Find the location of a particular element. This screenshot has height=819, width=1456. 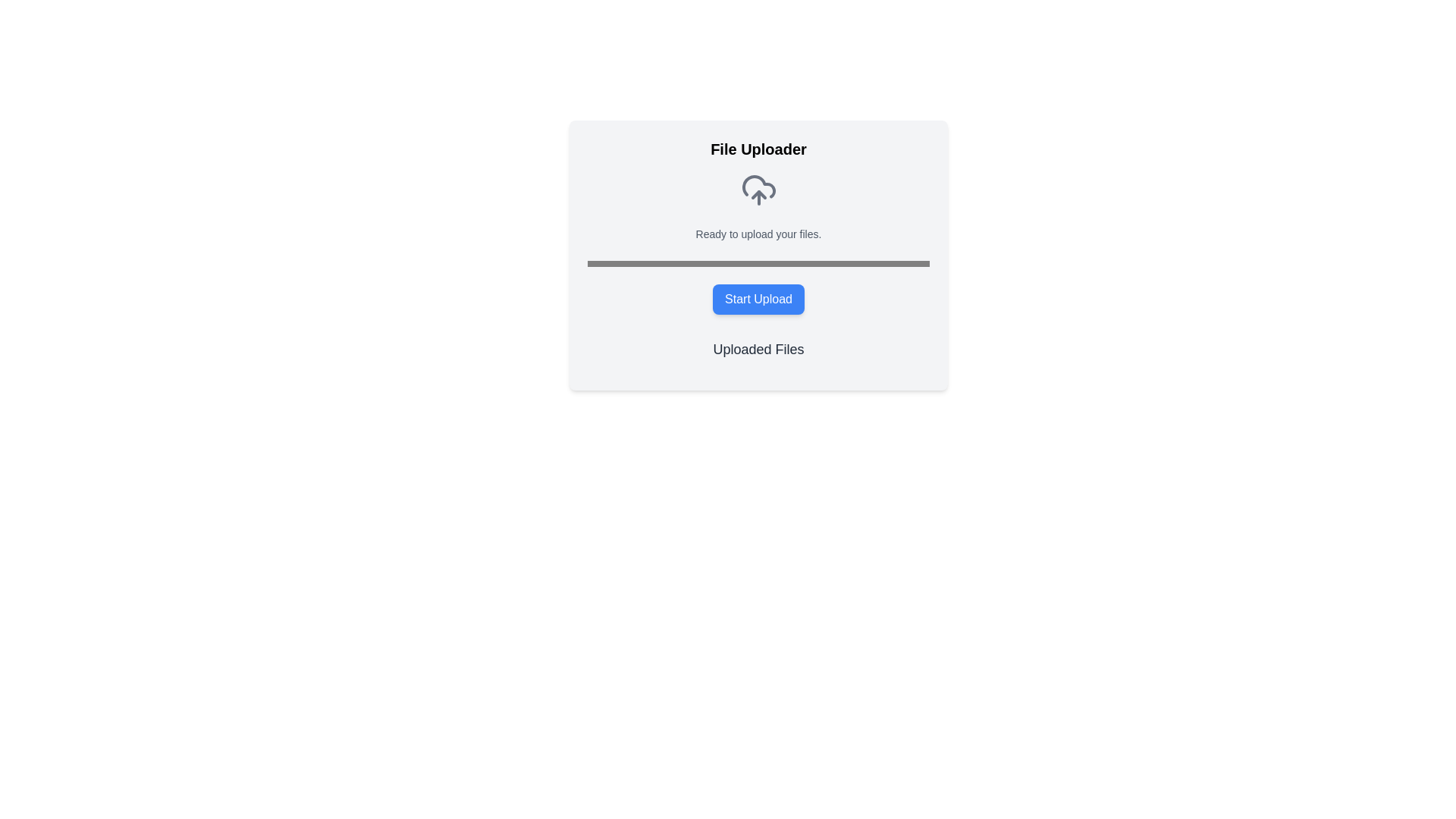

the thin horizontal progress bar located below the text 'Ready to upload your files.' and above the 'Start Upload' button in the 'File Uploader' section is located at coordinates (758, 262).